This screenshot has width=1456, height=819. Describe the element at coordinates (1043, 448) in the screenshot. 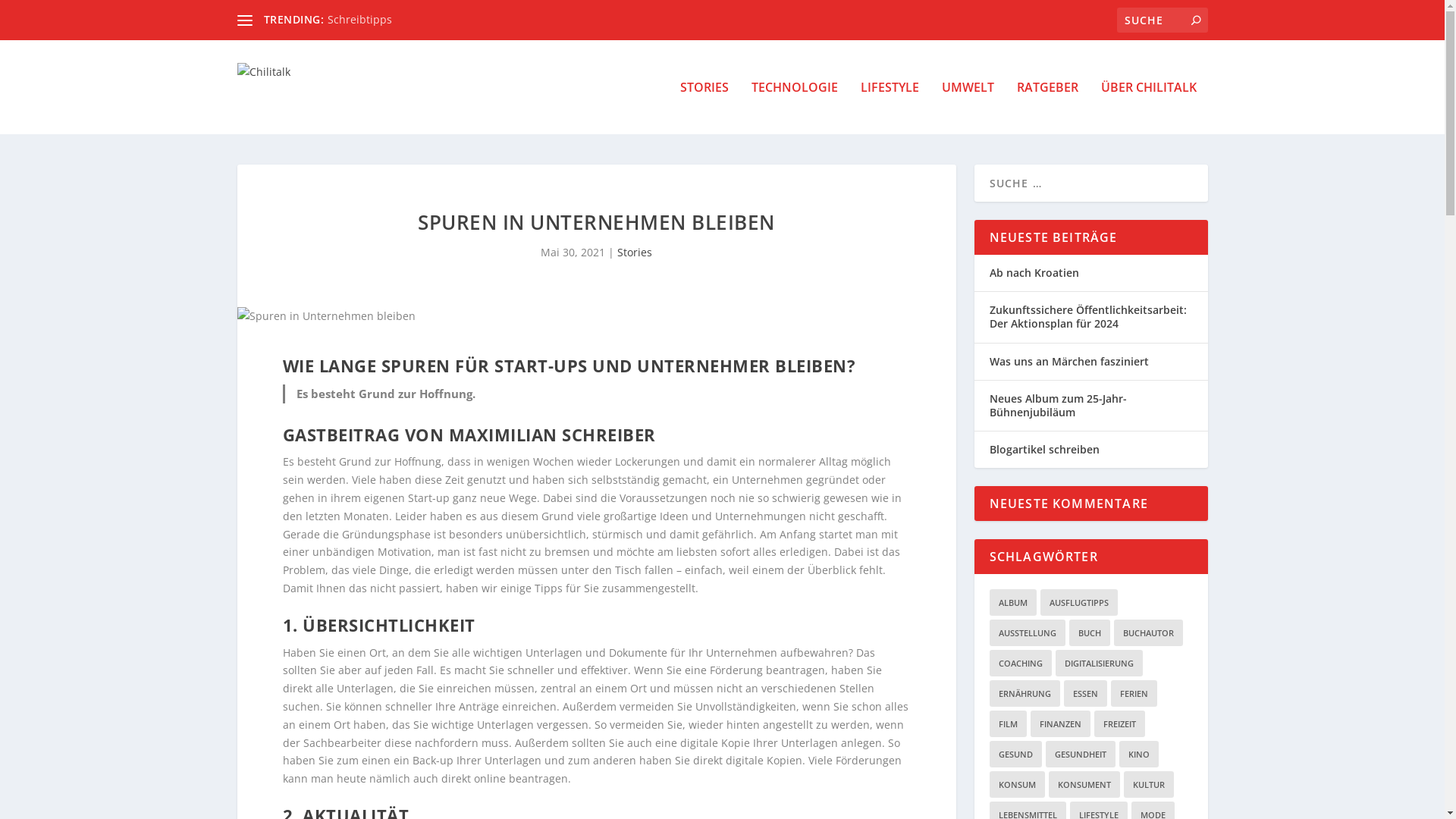

I see `'Blogartikel schreiben'` at that location.